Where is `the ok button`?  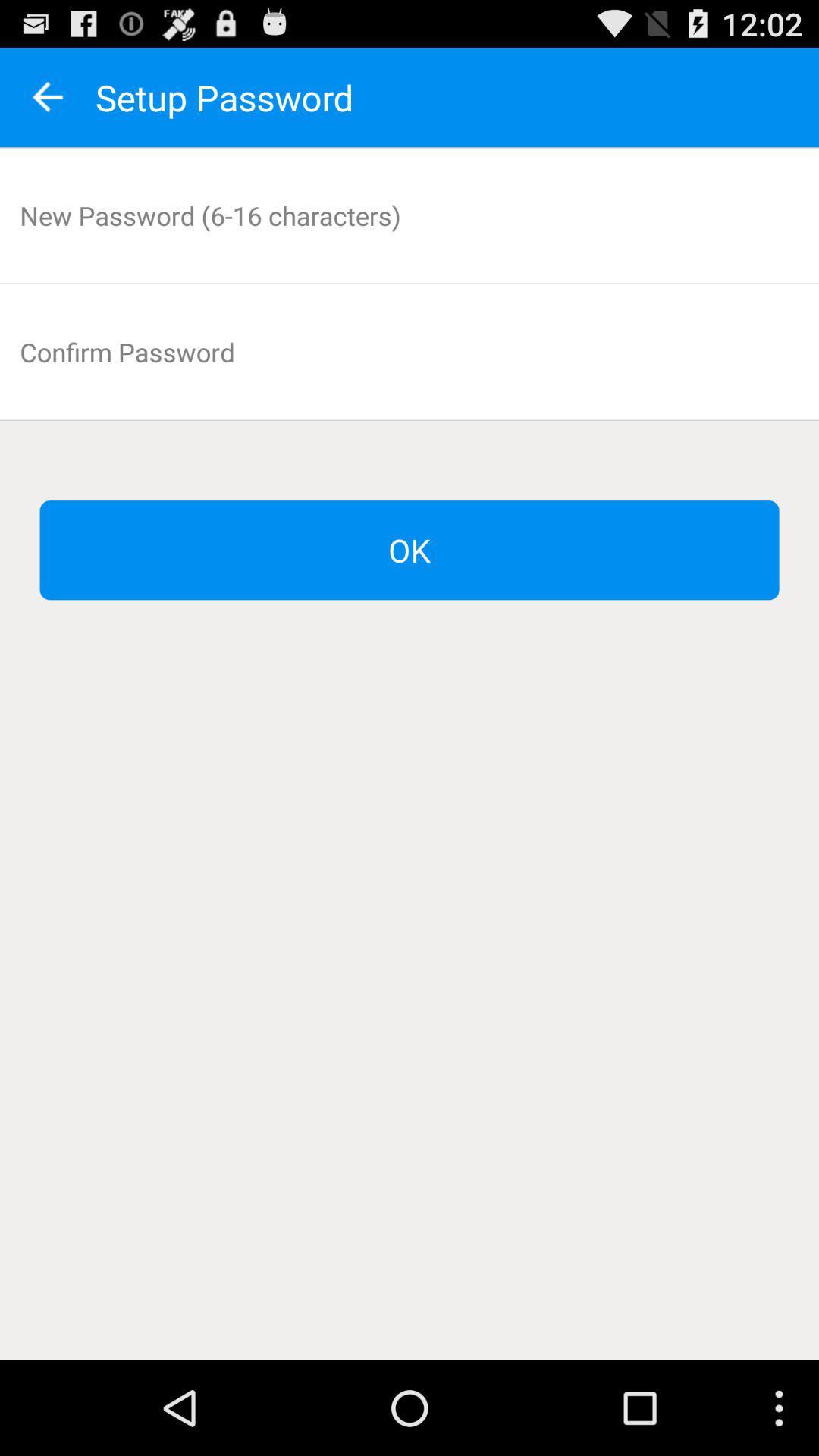
the ok button is located at coordinates (409, 549).